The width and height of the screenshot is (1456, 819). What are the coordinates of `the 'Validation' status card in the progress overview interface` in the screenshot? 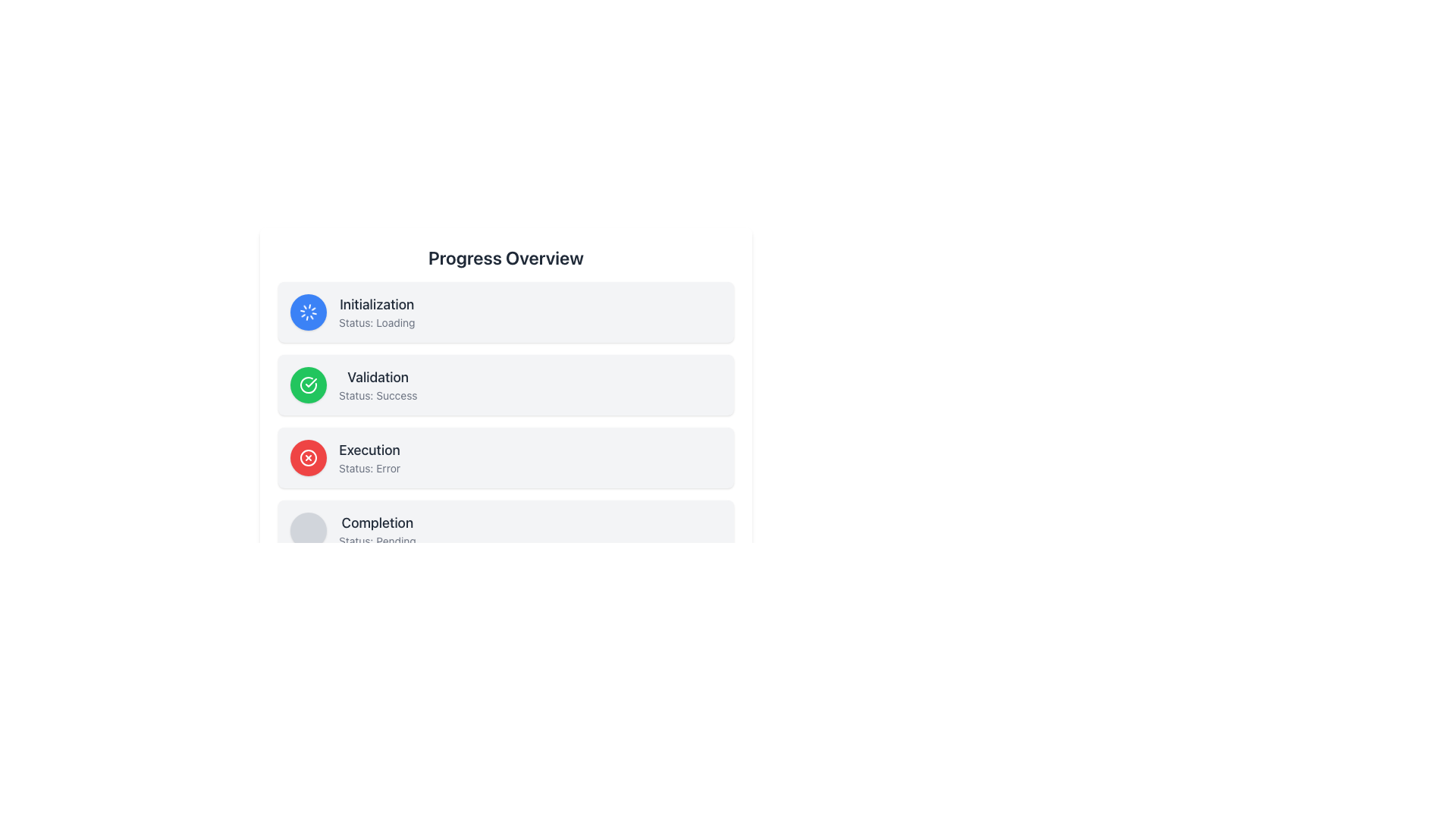 It's located at (506, 366).